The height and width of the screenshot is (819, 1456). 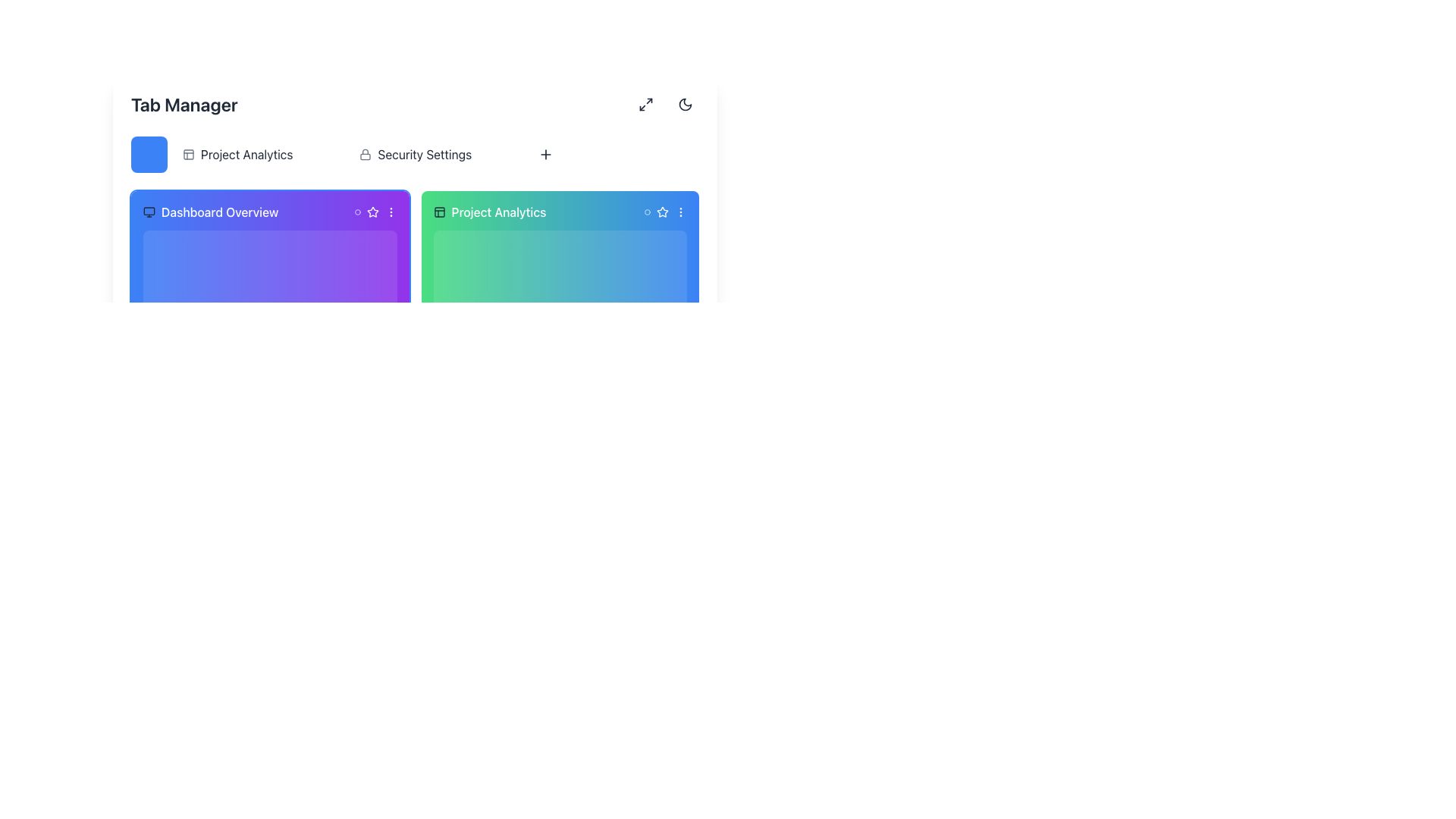 What do you see at coordinates (559, 212) in the screenshot?
I see `the styling of the header bar titled 'Project Analytics' located in the second column of the grid, which serves as a descriptive title for its section` at bounding box center [559, 212].